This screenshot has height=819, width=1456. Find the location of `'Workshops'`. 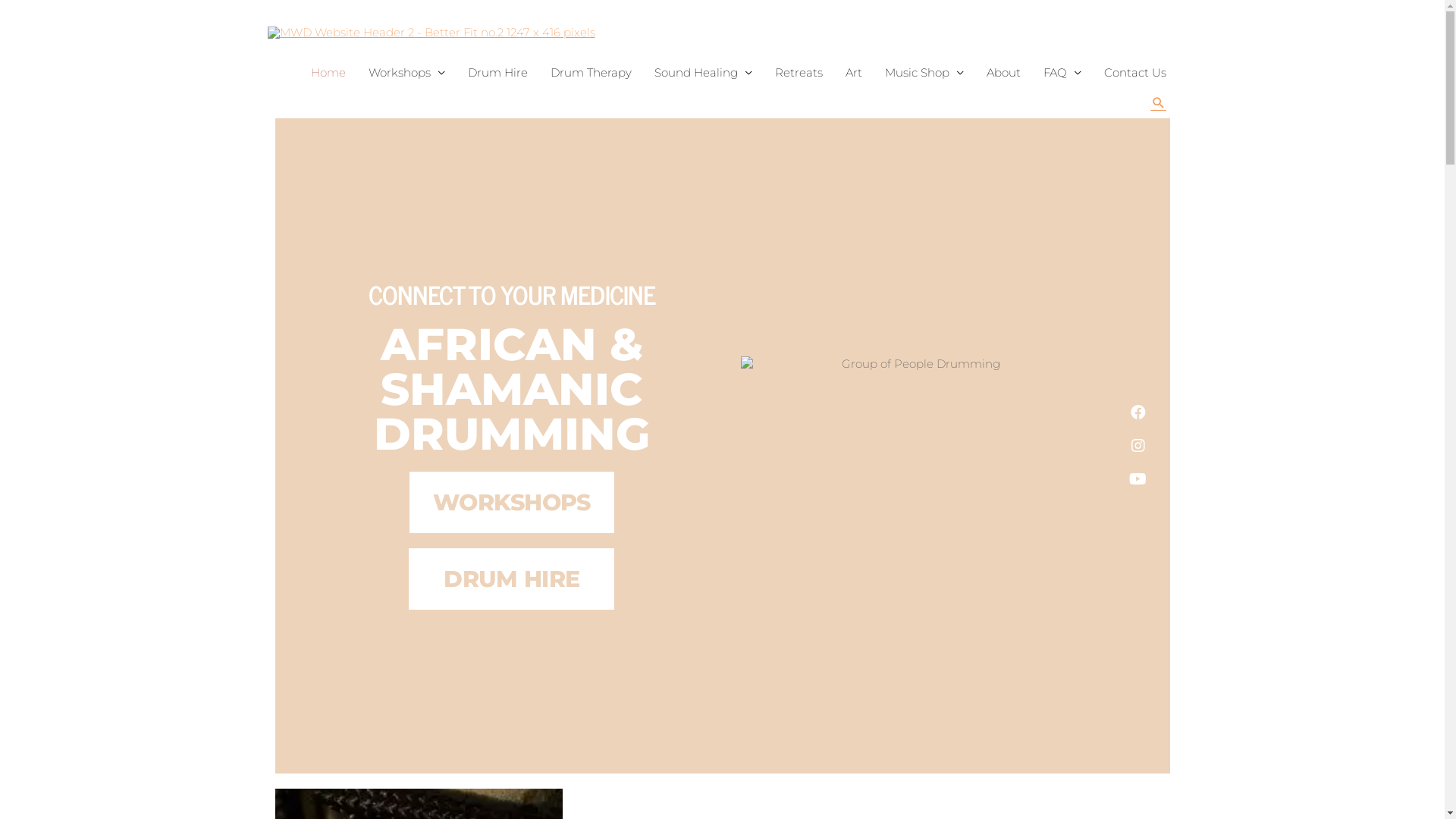

'Workshops' is located at coordinates (406, 73).